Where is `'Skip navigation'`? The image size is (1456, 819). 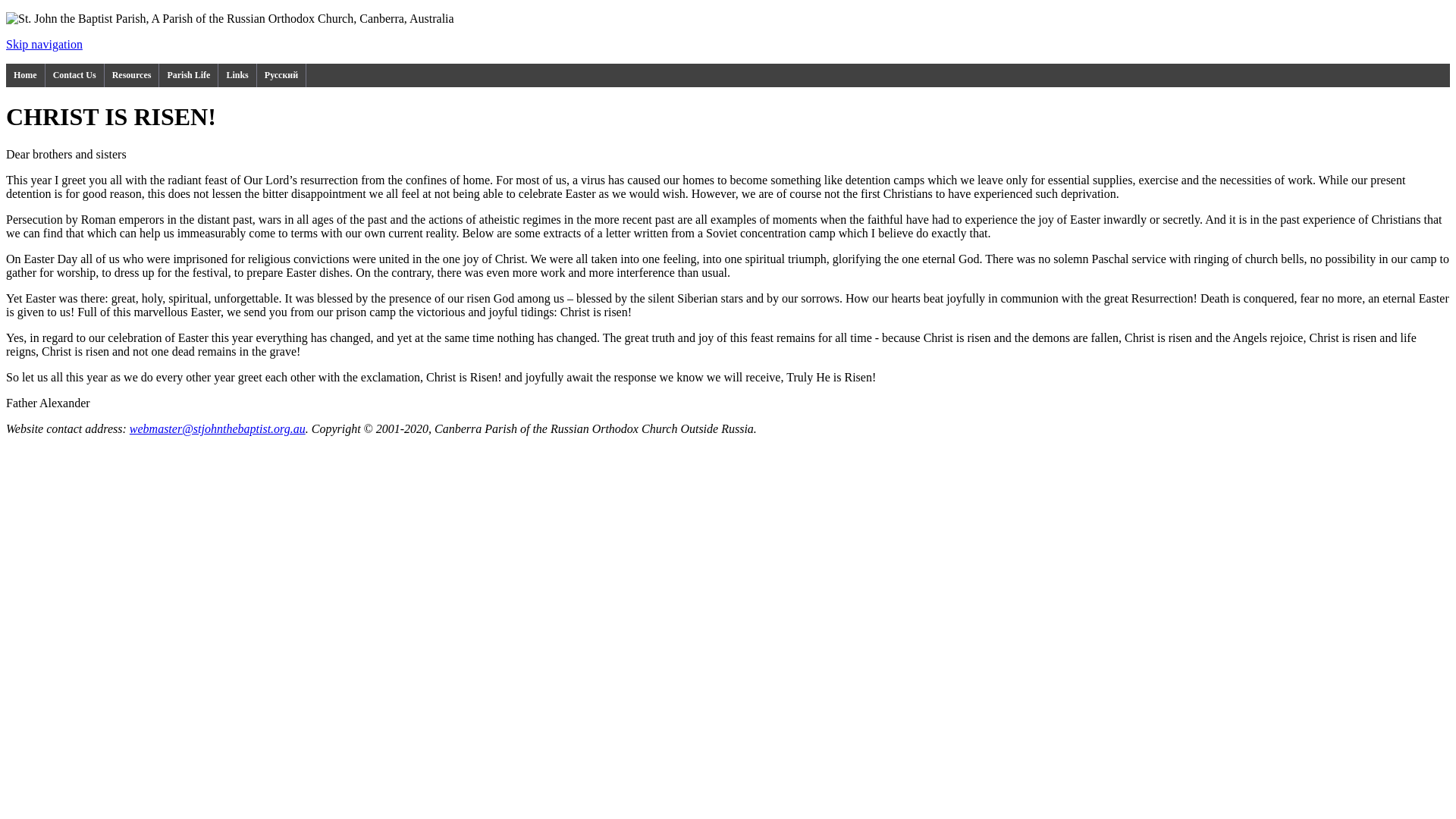
'Skip navigation' is located at coordinates (6, 43).